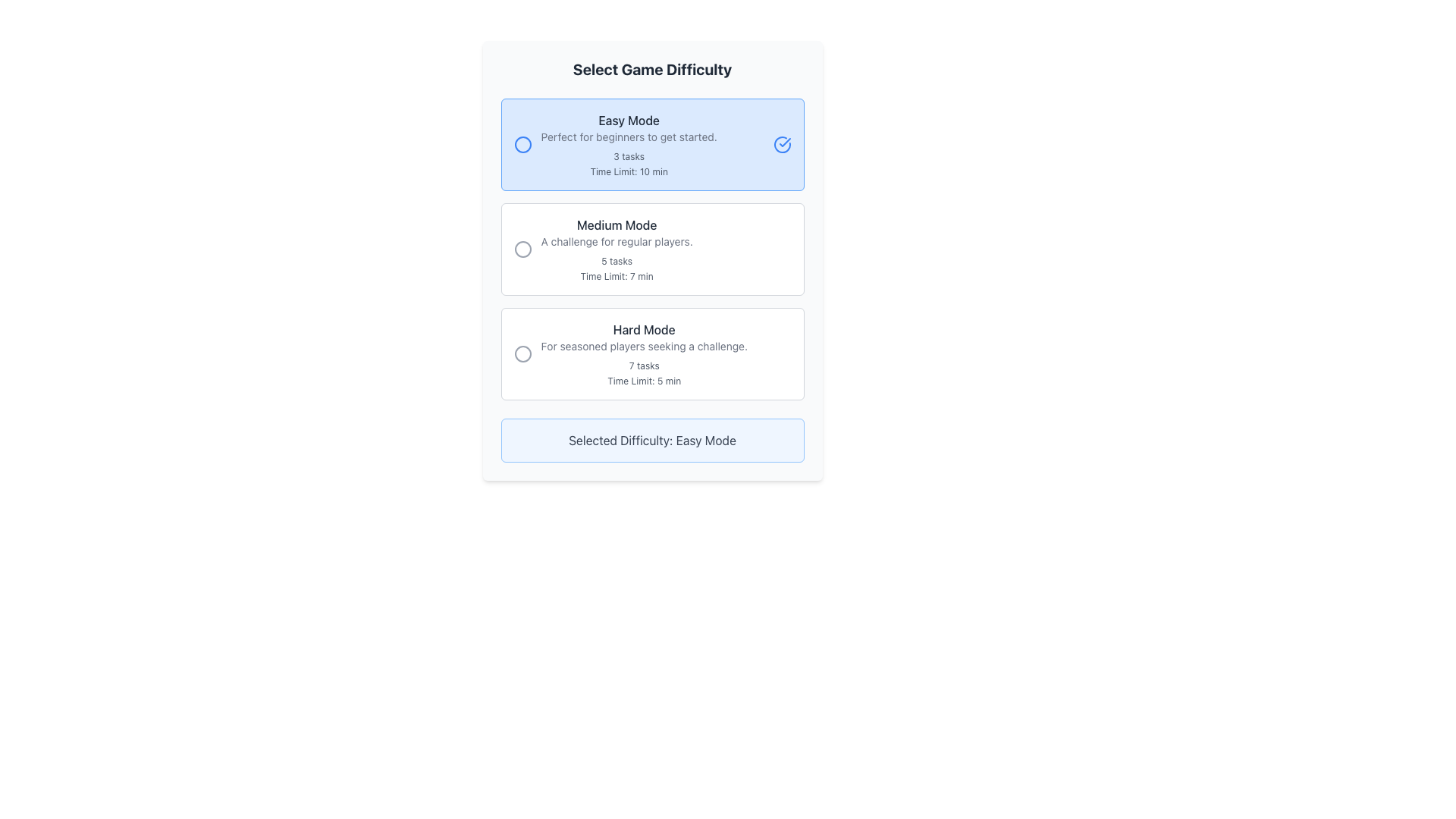 The width and height of the screenshot is (1456, 819). Describe the element at coordinates (617, 268) in the screenshot. I see `the informational Text label that displays details about the number of tasks and time limit for 'Medium Mode', located between Easy Mode and Hard Mode options` at that location.